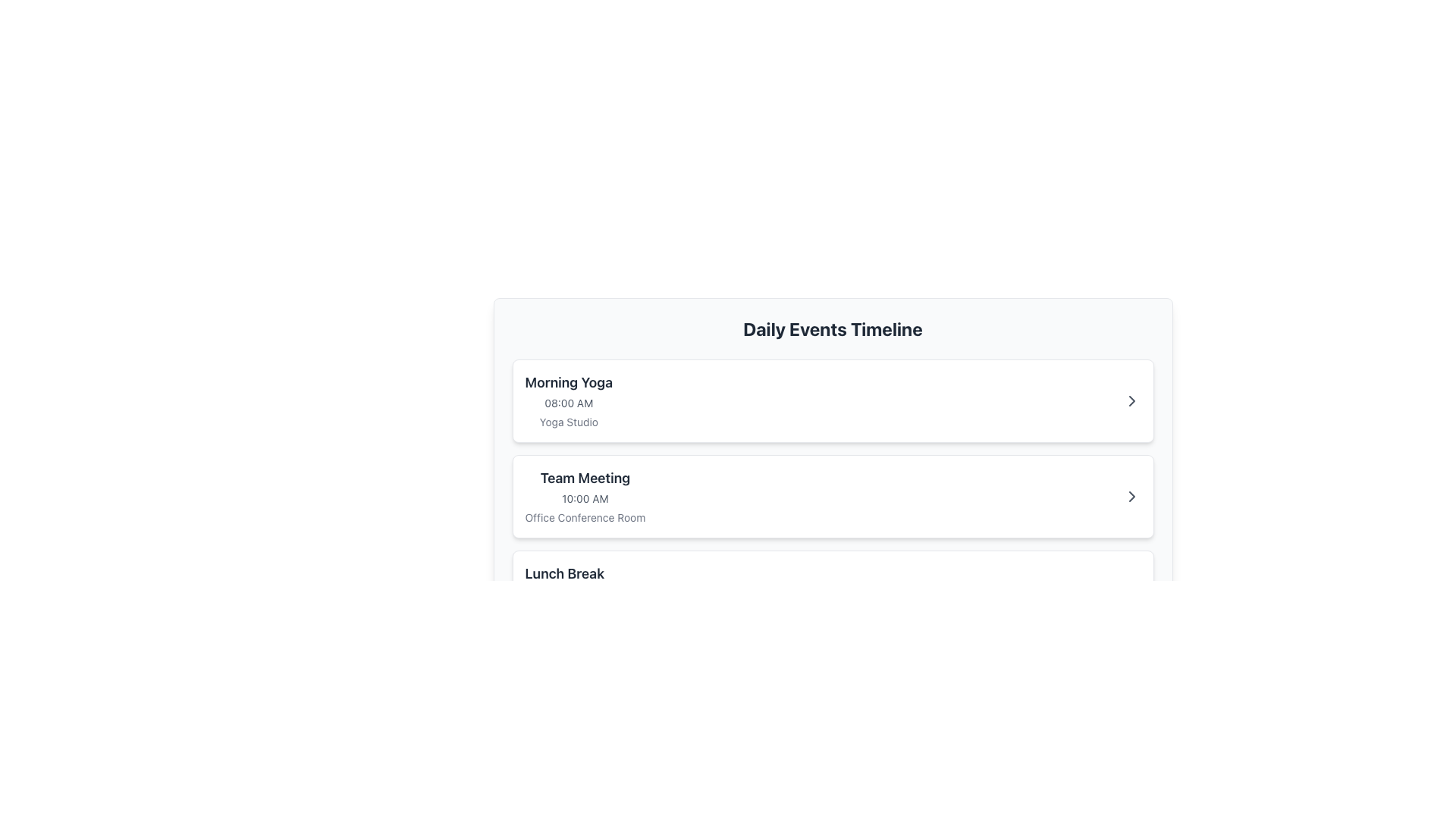 This screenshot has height=819, width=1456. Describe the element at coordinates (1131, 497) in the screenshot. I see `the Icon button to observe its color change, which is part of the 'Team Meeting' event on the daily events timeline` at that location.